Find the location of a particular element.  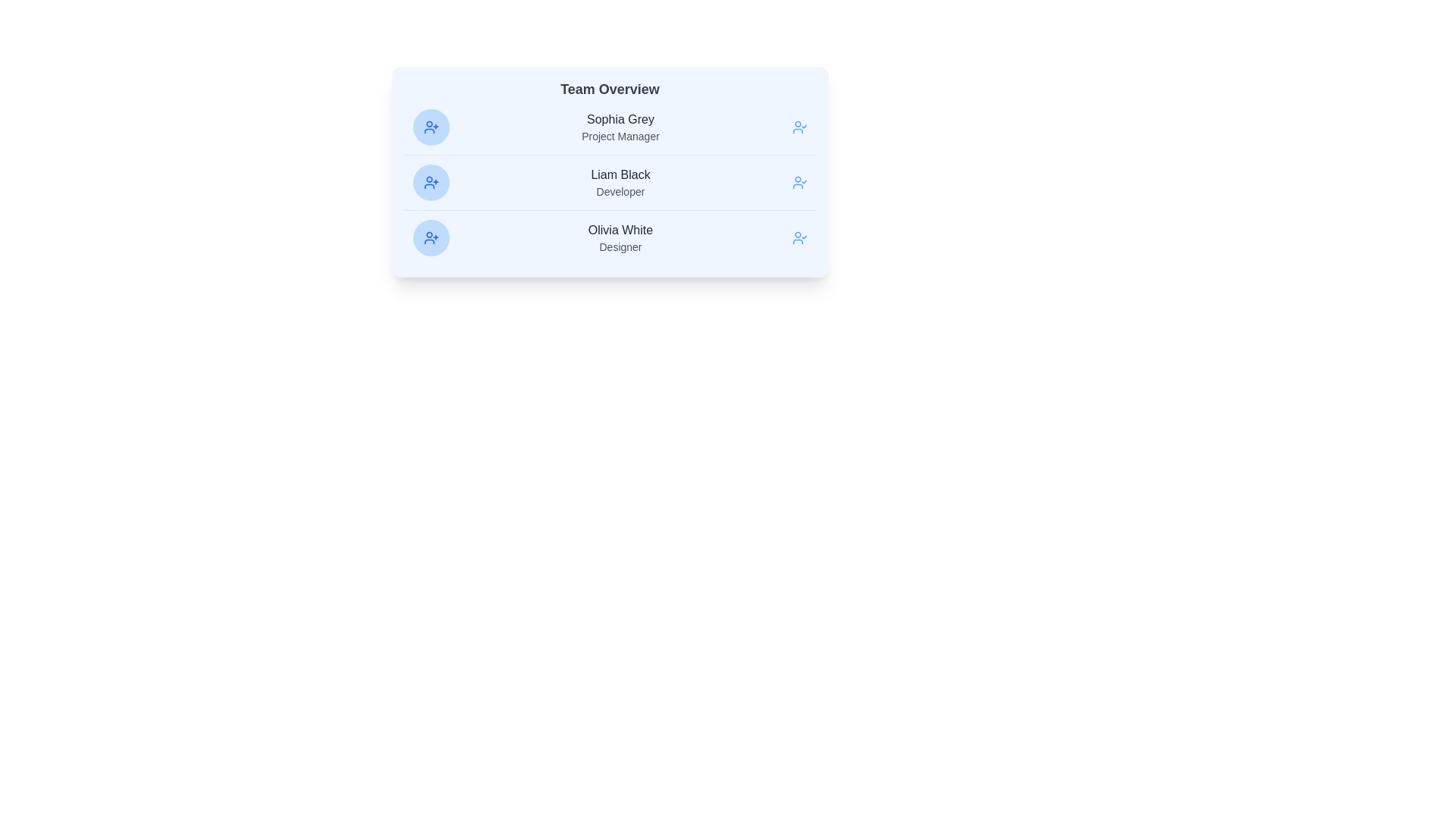

the text label indicating the job title 'Designer' of Olivia White, located in the third row beneath 'Olivia White' in the Team Overview section is located at coordinates (620, 246).